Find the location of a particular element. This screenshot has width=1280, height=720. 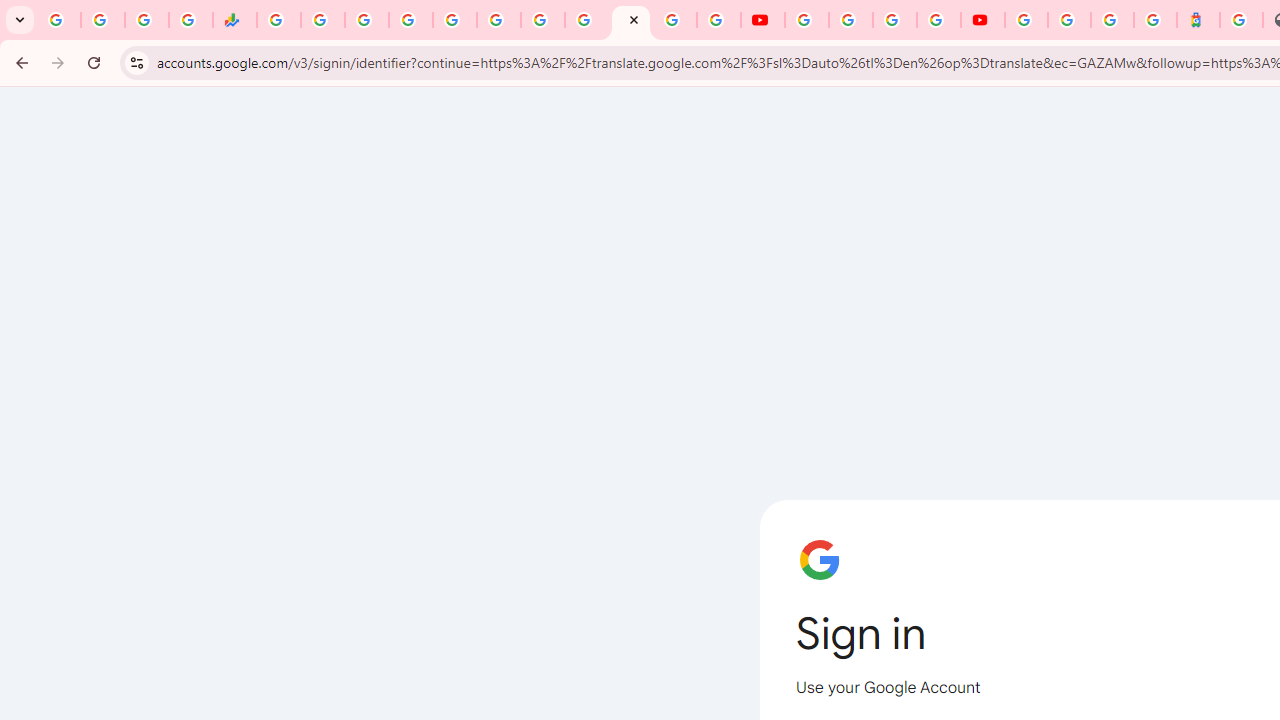

'Sign in - Google Accounts' is located at coordinates (1026, 20).